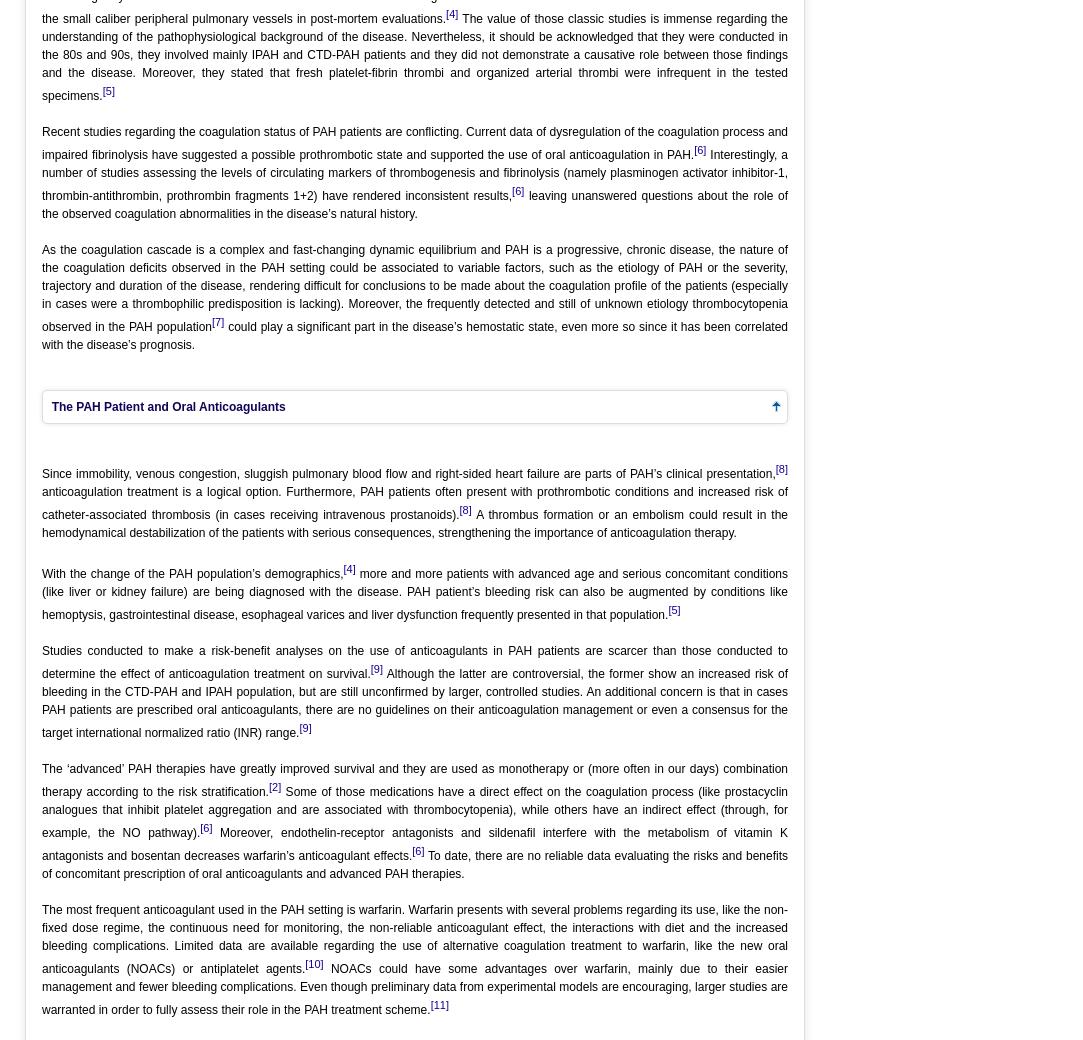  What do you see at coordinates (217, 320) in the screenshot?
I see `'[7]'` at bounding box center [217, 320].